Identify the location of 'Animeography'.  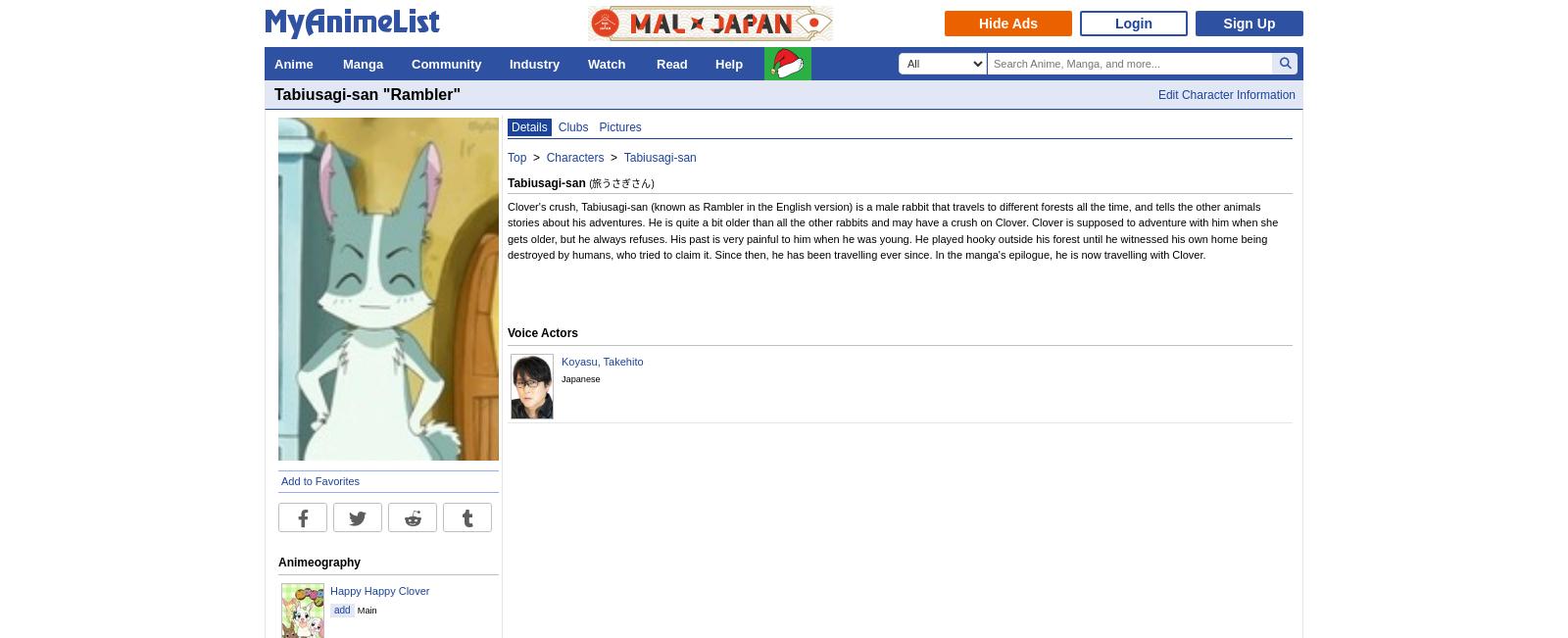
(278, 561).